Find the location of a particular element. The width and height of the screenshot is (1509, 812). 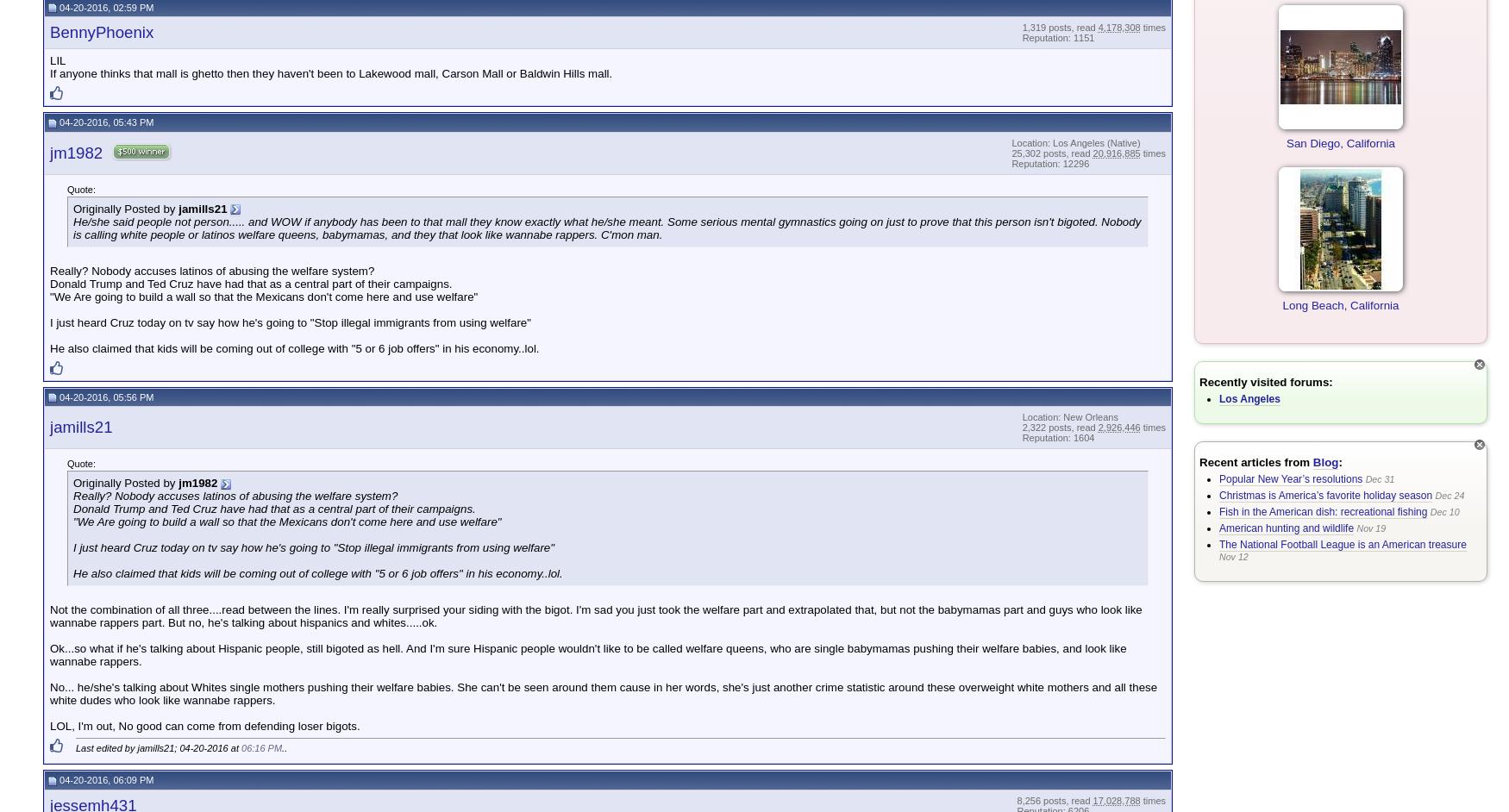

'He/she said people not person..... and WOW if anybody has been to that mall they know exactly what he/she meant. Some serious mental gymnastics going on just to prove that this person isn't bigoted. Nobody is calling white people or latinos welfare queens, babymamas, and they that look like wannabe rappers. C'mon man.' is located at coordinates (607, 227).